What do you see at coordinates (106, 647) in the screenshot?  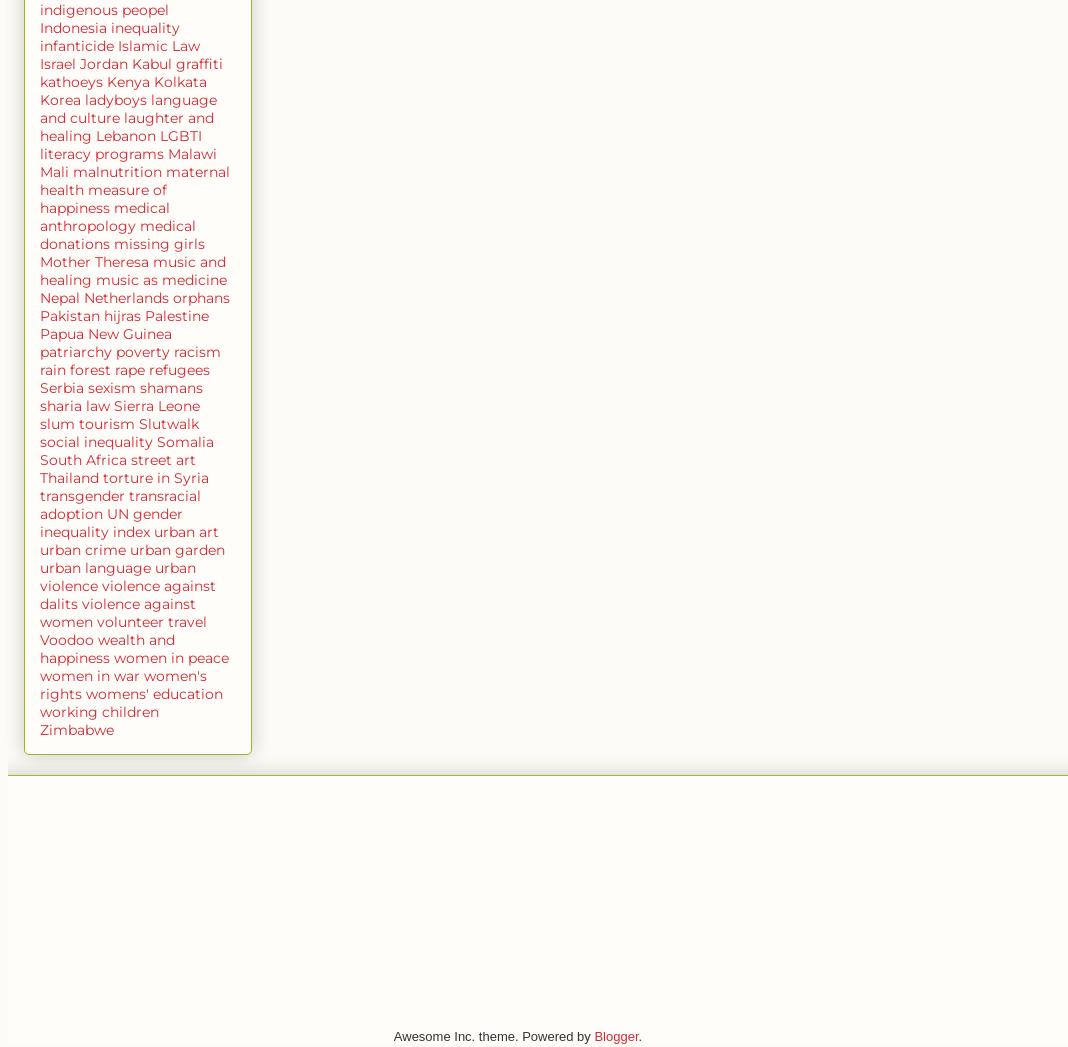 I see `'wealth and happiness'` at bounding box center [106, 647].